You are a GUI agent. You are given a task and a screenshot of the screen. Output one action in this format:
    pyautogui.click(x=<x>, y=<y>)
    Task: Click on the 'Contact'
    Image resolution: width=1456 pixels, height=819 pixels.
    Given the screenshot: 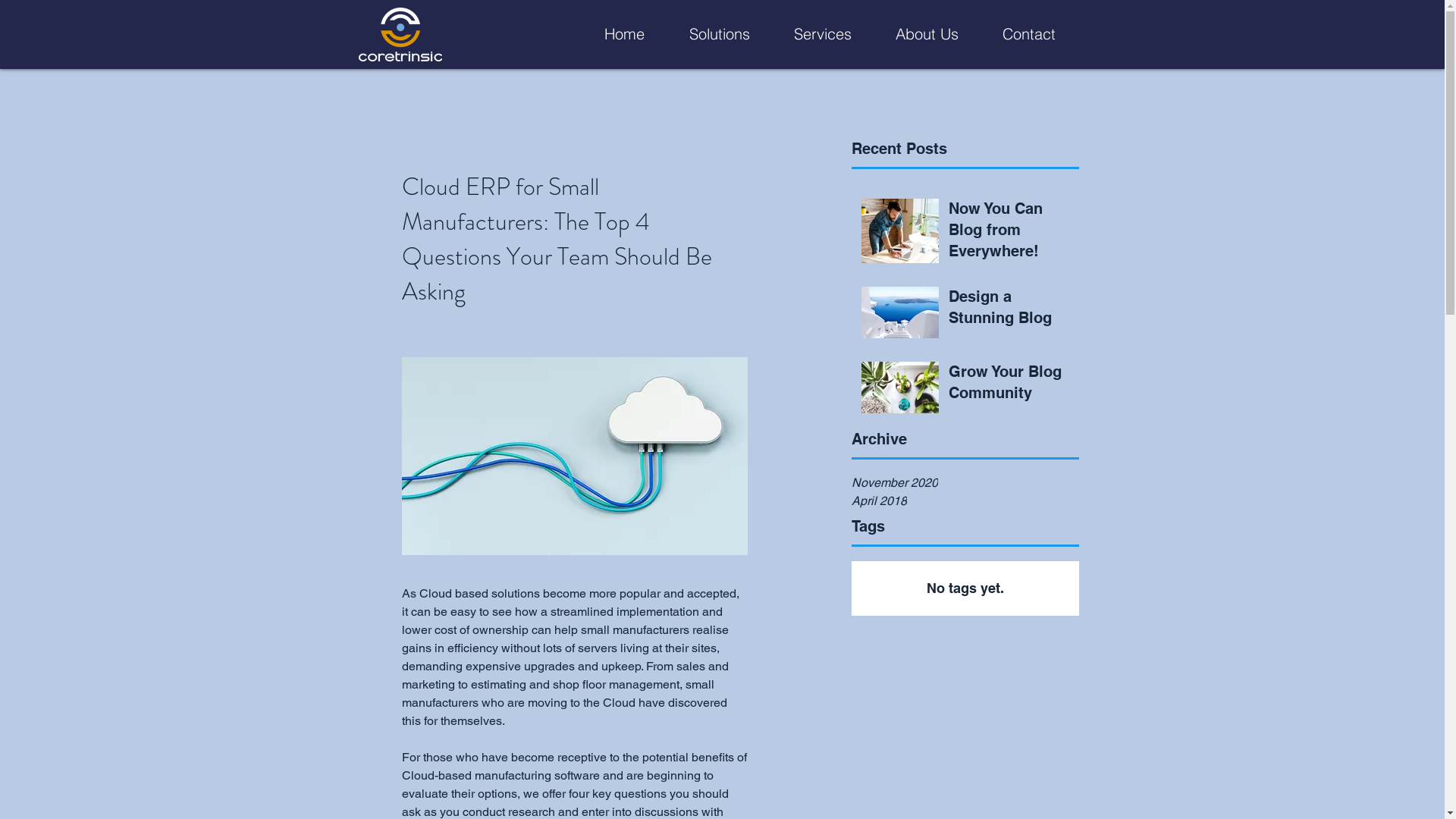 What is the action you would take?
    pyautogui.click(x=1018, y=34)
    